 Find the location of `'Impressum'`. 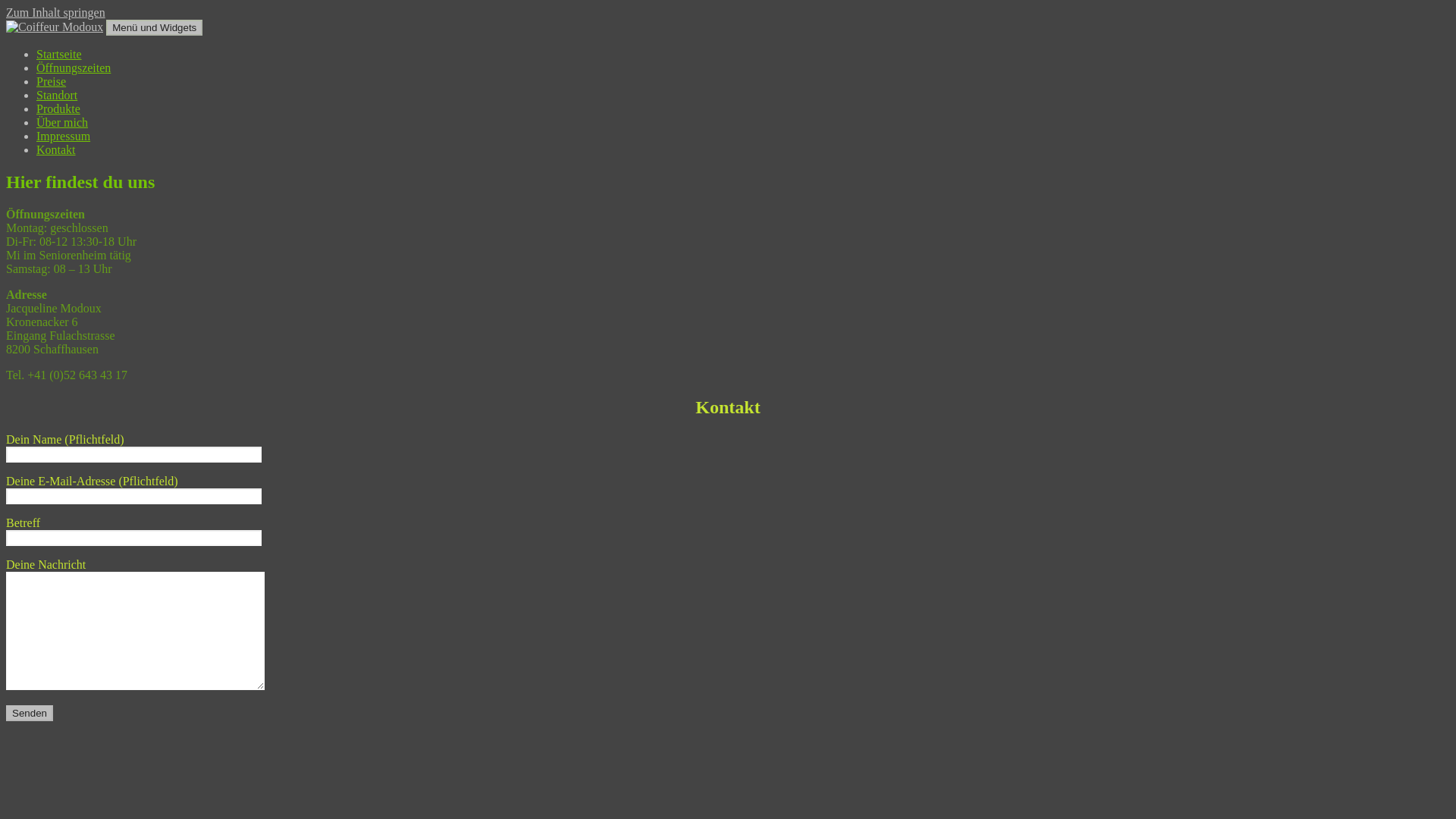

'Impressum' is located at coordinates (62, 135).